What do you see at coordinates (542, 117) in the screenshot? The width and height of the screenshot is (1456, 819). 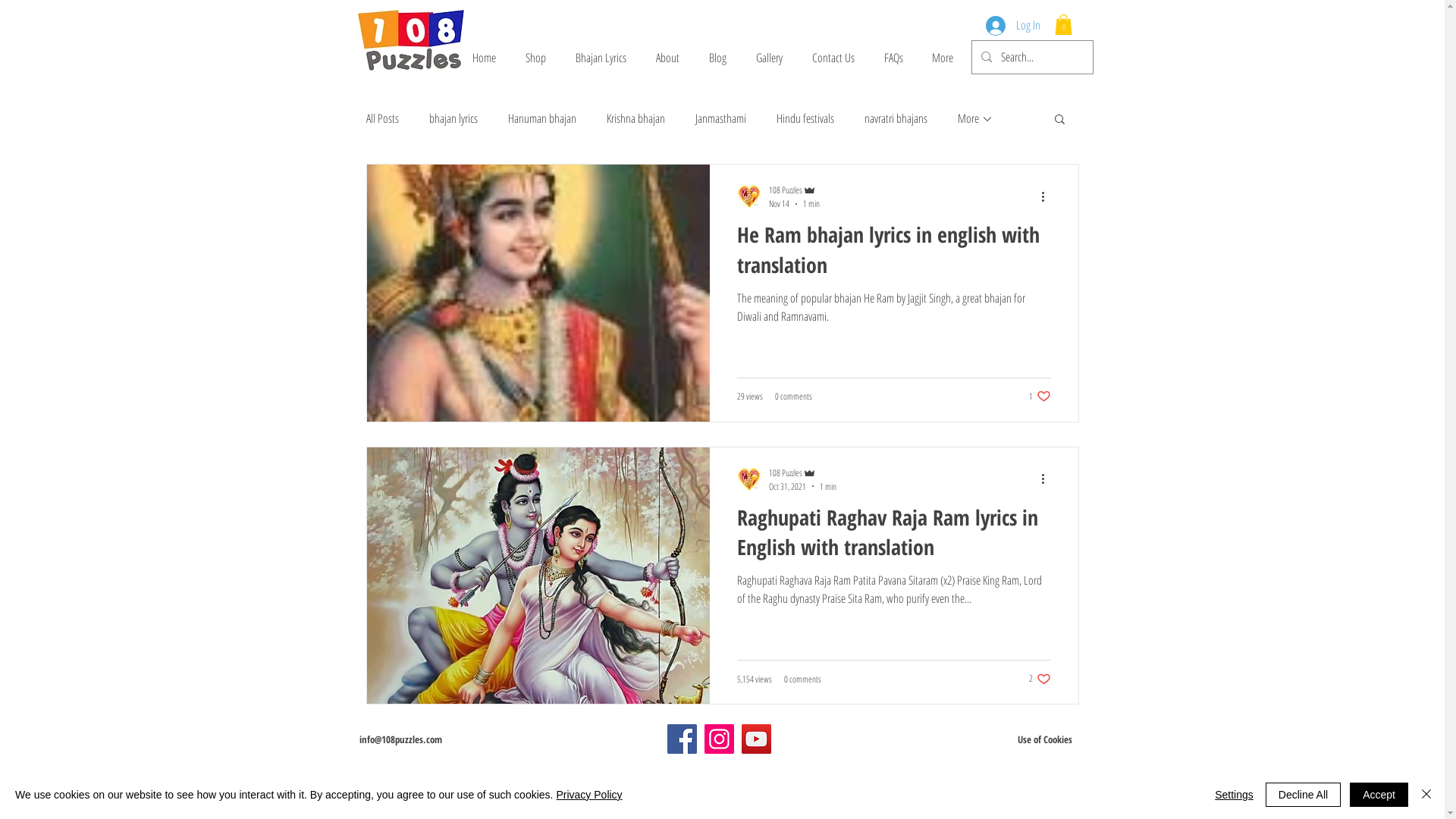 I see `'Hanuman bhajan'` at bounding box center [542, 117].